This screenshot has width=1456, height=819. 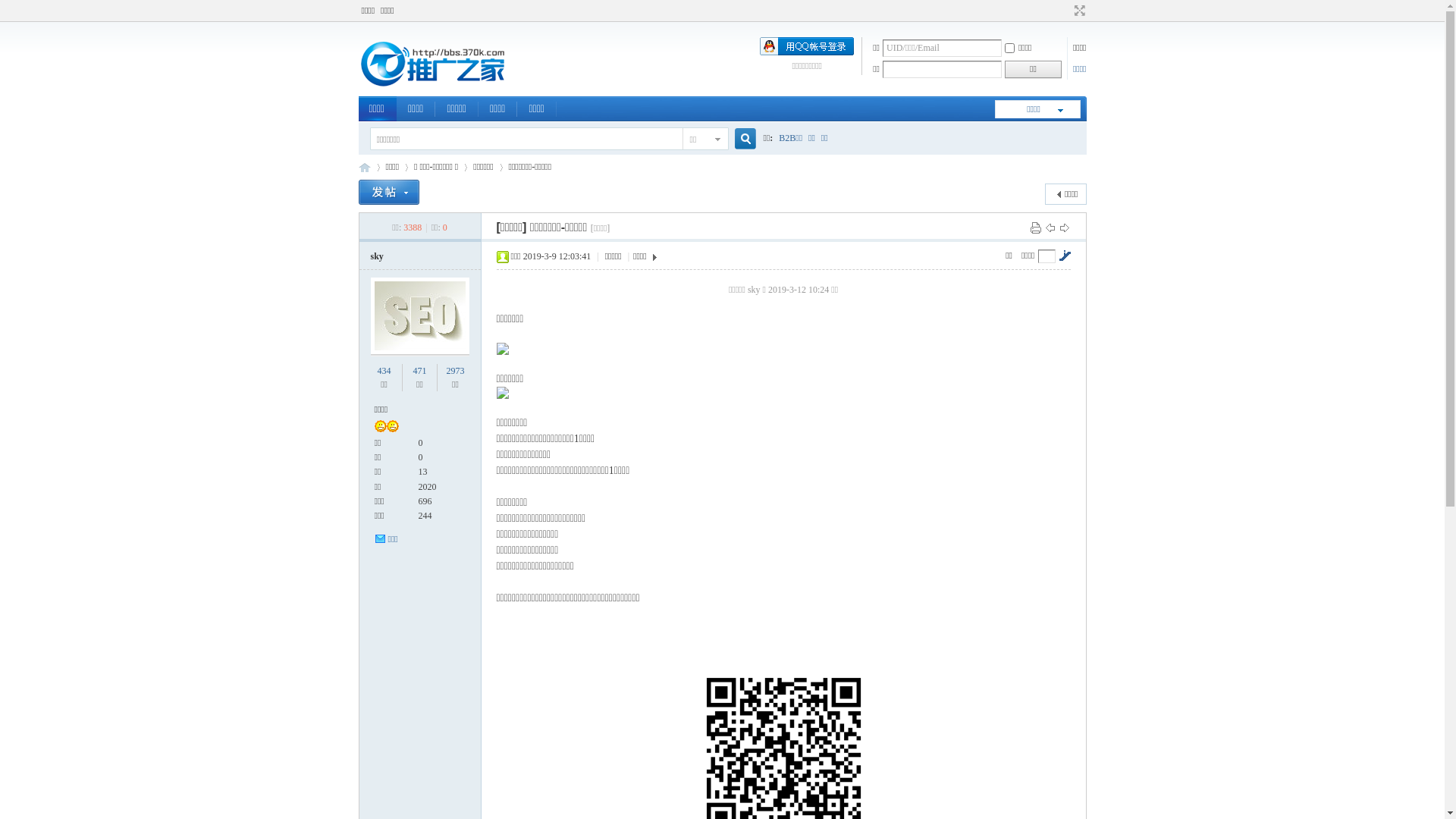 What do you see at coordinates (454, 371) in the screenshot?
I see `'2973'` at bounding box center [454, 371].